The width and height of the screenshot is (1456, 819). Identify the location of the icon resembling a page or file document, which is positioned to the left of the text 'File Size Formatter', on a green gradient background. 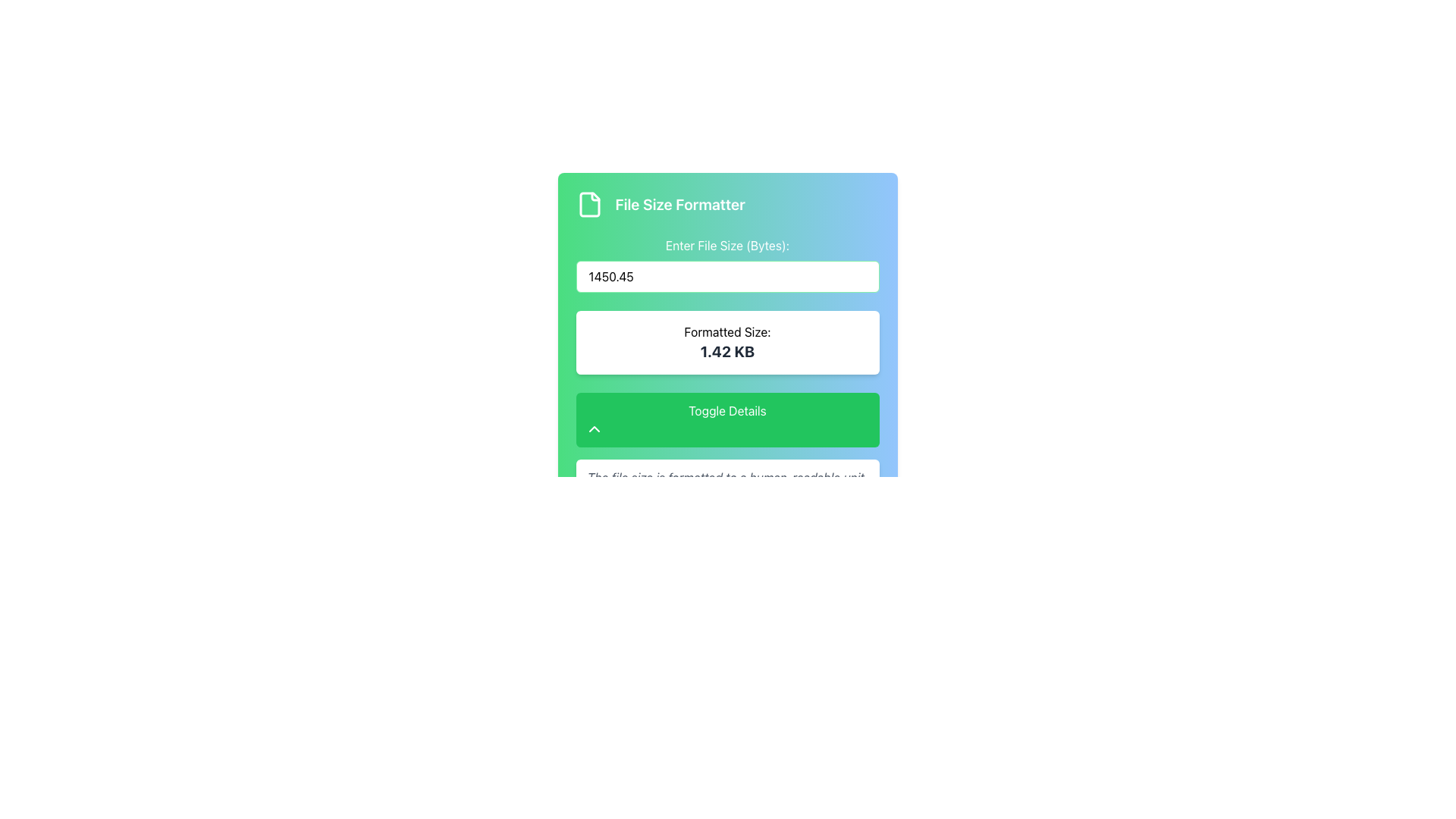
(588, 205).